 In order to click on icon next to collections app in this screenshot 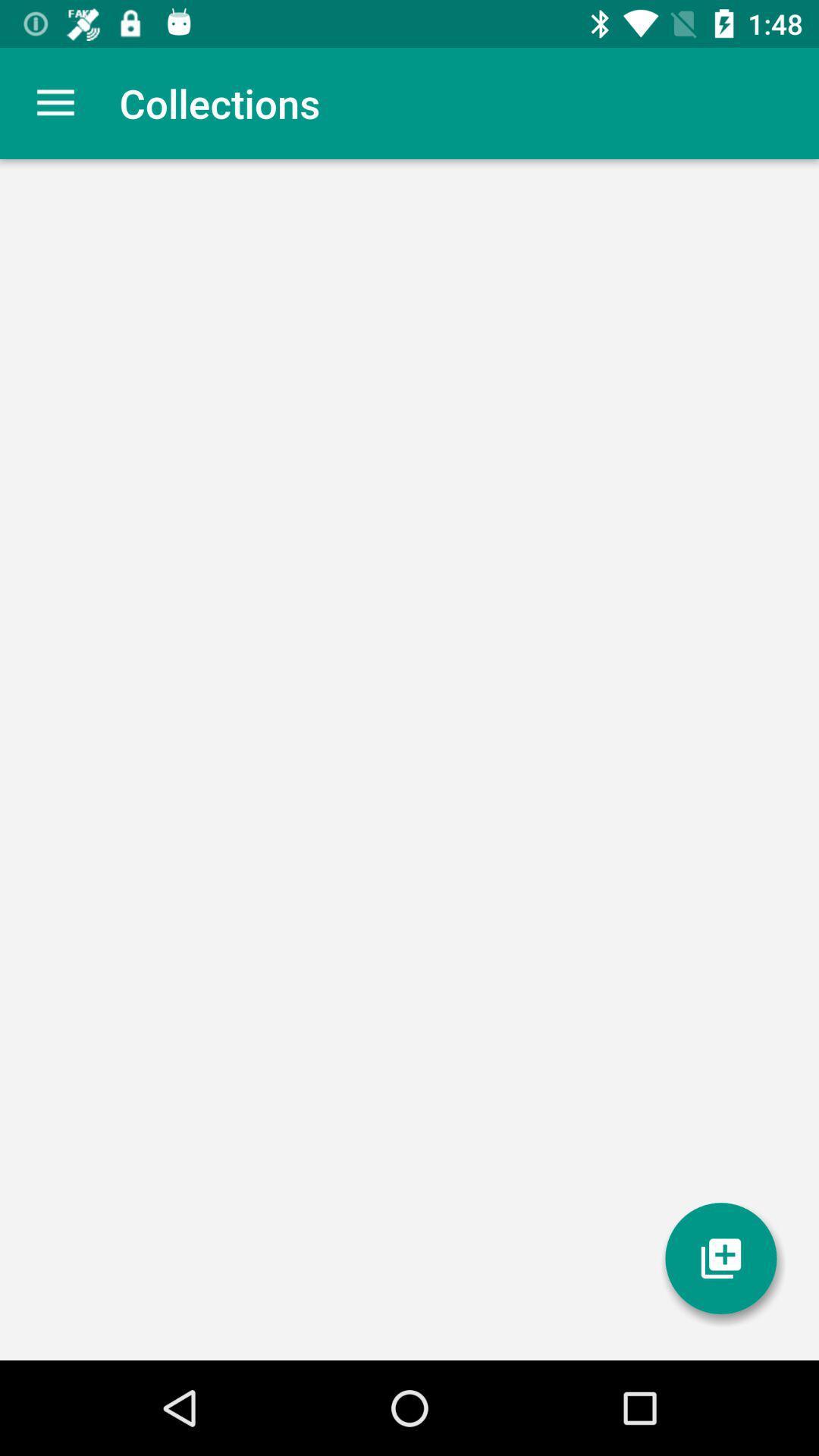, I will do `click(55, 102)`.